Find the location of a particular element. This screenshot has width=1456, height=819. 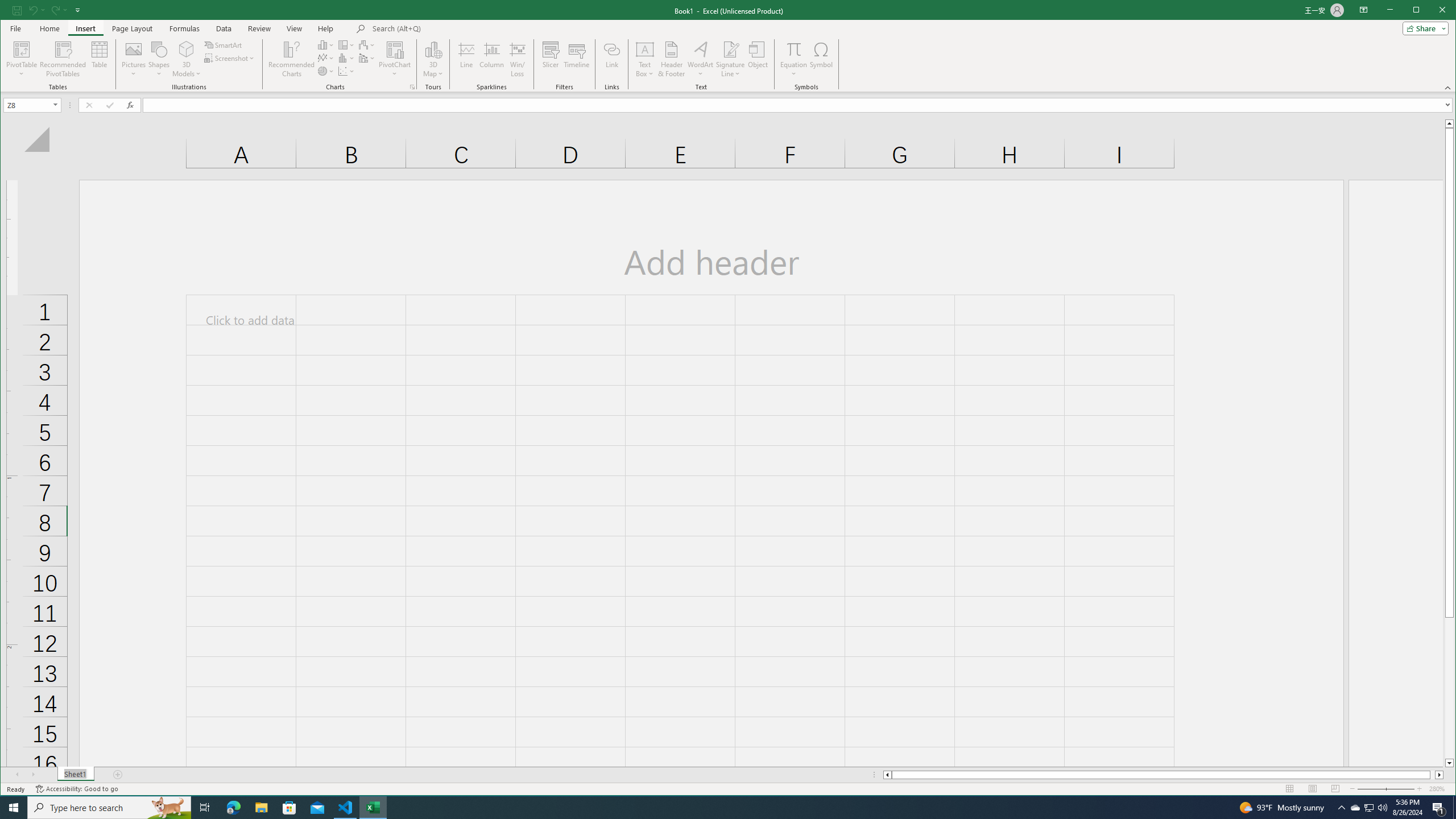

'Maximize' is located at coordinates (1433, 11).